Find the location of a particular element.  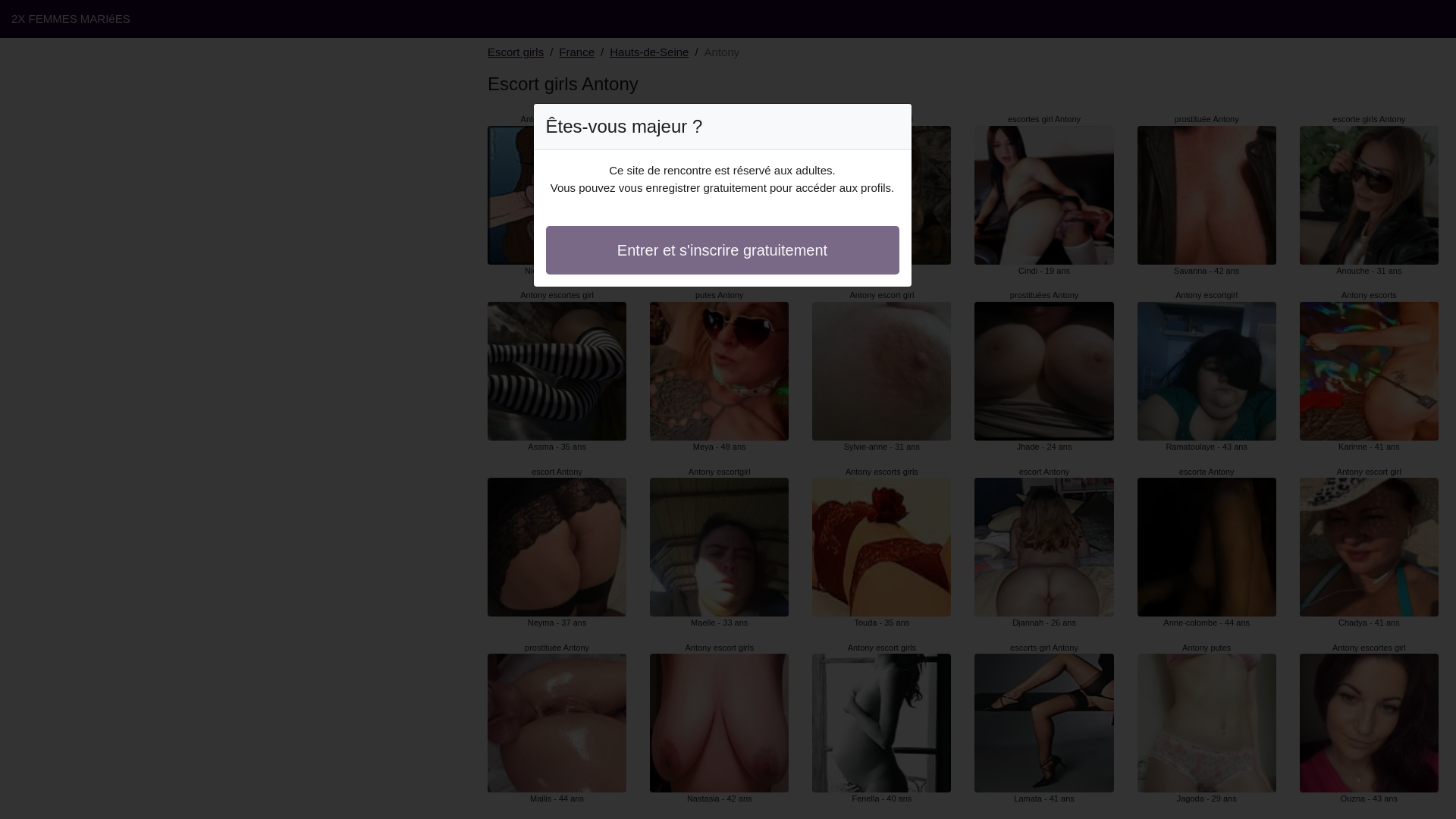

'Entrer et s'inscrire gratuitement' is located at coordinates (722, 249).